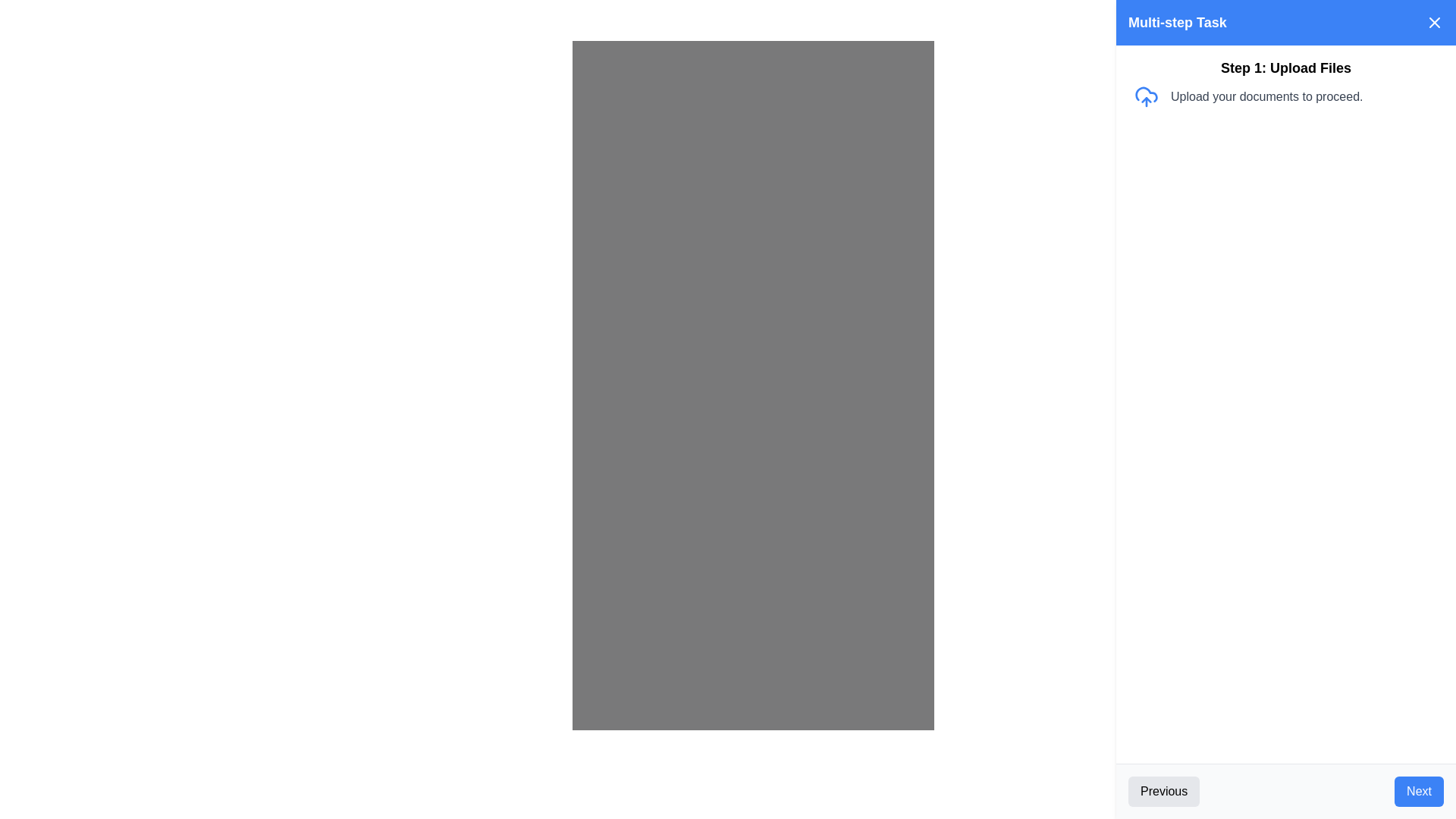 This screenshot has height=819, width=1456. What do you see at coordinates (1433, 23) in the screenshot?
I see `the close button represented by a white 'X' within a blue square located at the top-right corner of the header section labeled 'Multi-step Task'` at bounding box center [1433, 23].